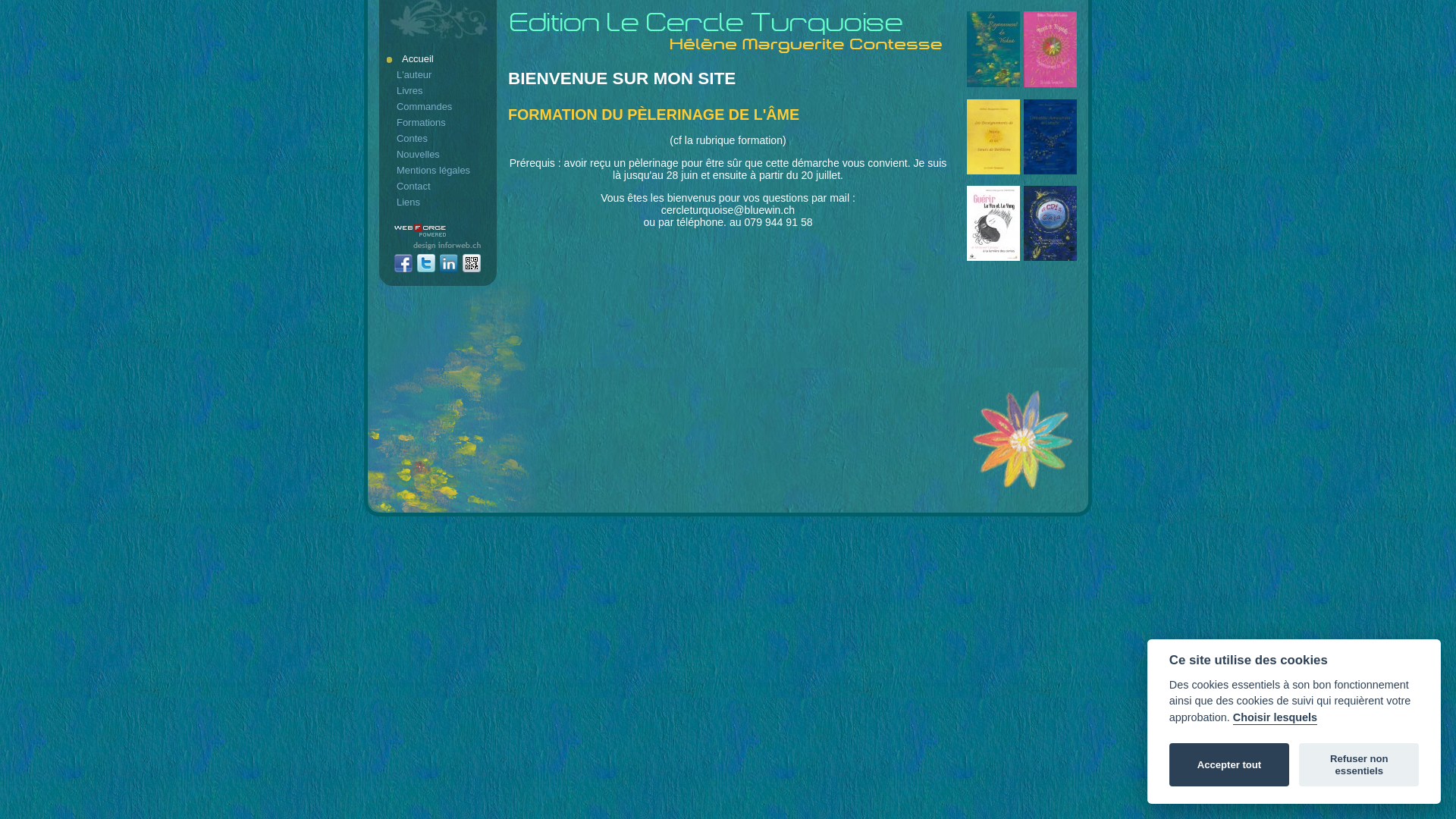 This screenshot has width=1456, height=819. What do you see at coordinates (438, 201) in the screenshot?
I see `'Liens'` at bounding box center [438, 201].